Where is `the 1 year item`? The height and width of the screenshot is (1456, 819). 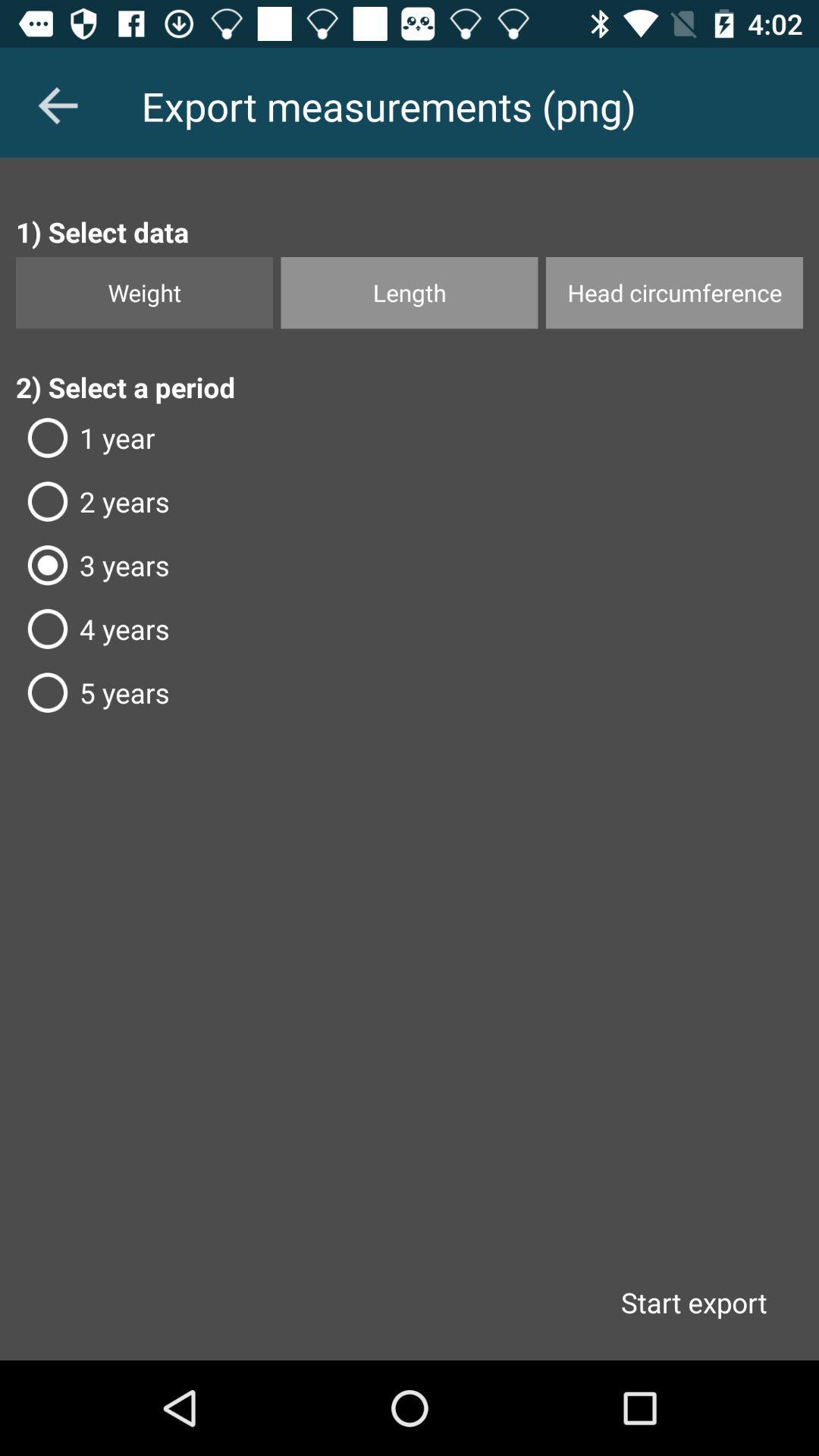 the 1 year item is located at coordinates (409, 437).